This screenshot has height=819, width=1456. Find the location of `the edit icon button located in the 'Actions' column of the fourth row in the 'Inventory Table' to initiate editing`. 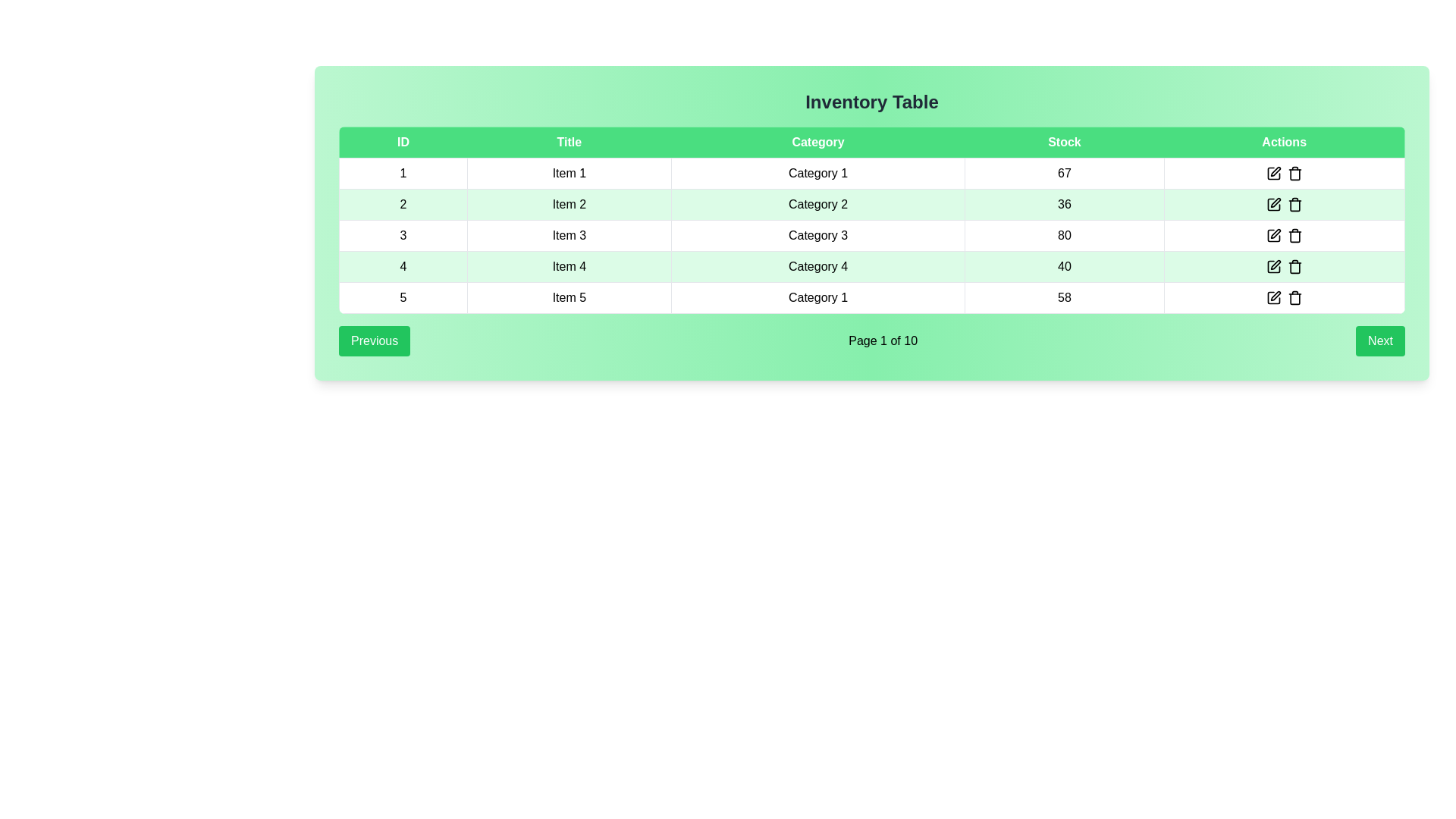

the edit icon button located in the 'Actions' column of the fourth row in the 'Inventory Table' to initiate editing is located at coordinates (1275, 264).